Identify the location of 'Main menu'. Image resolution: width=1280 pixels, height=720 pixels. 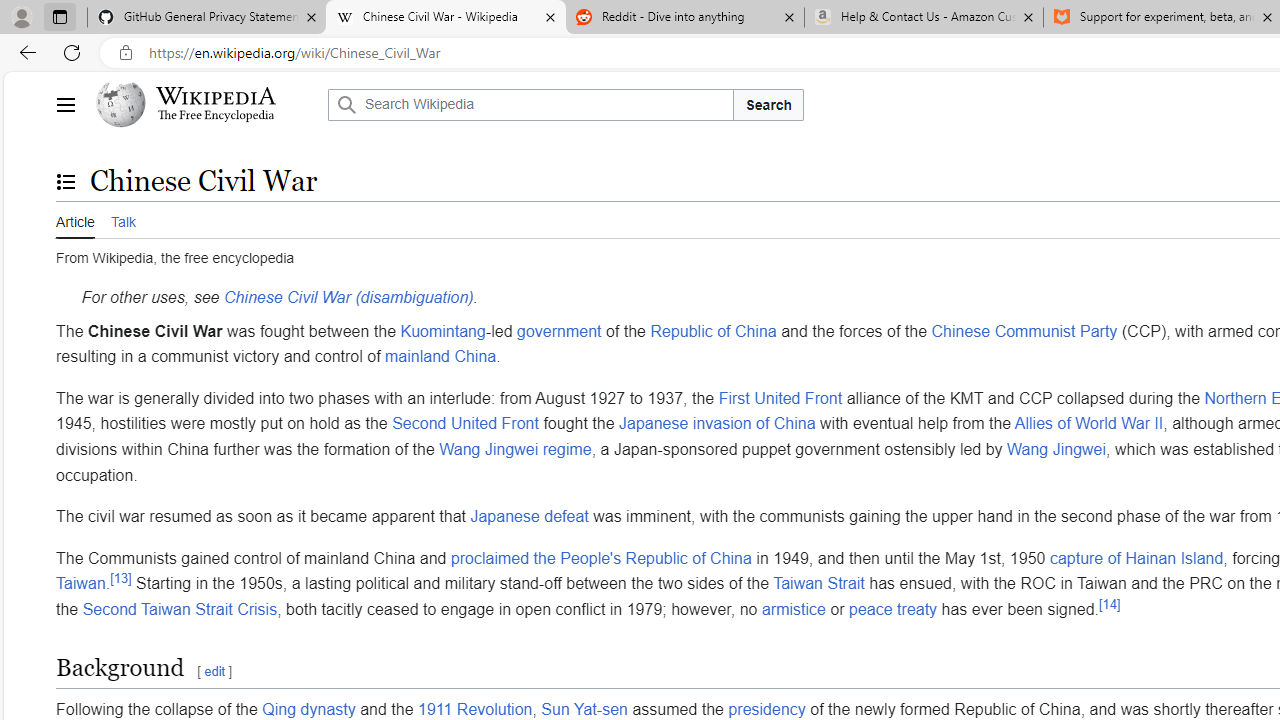
(65, 105).